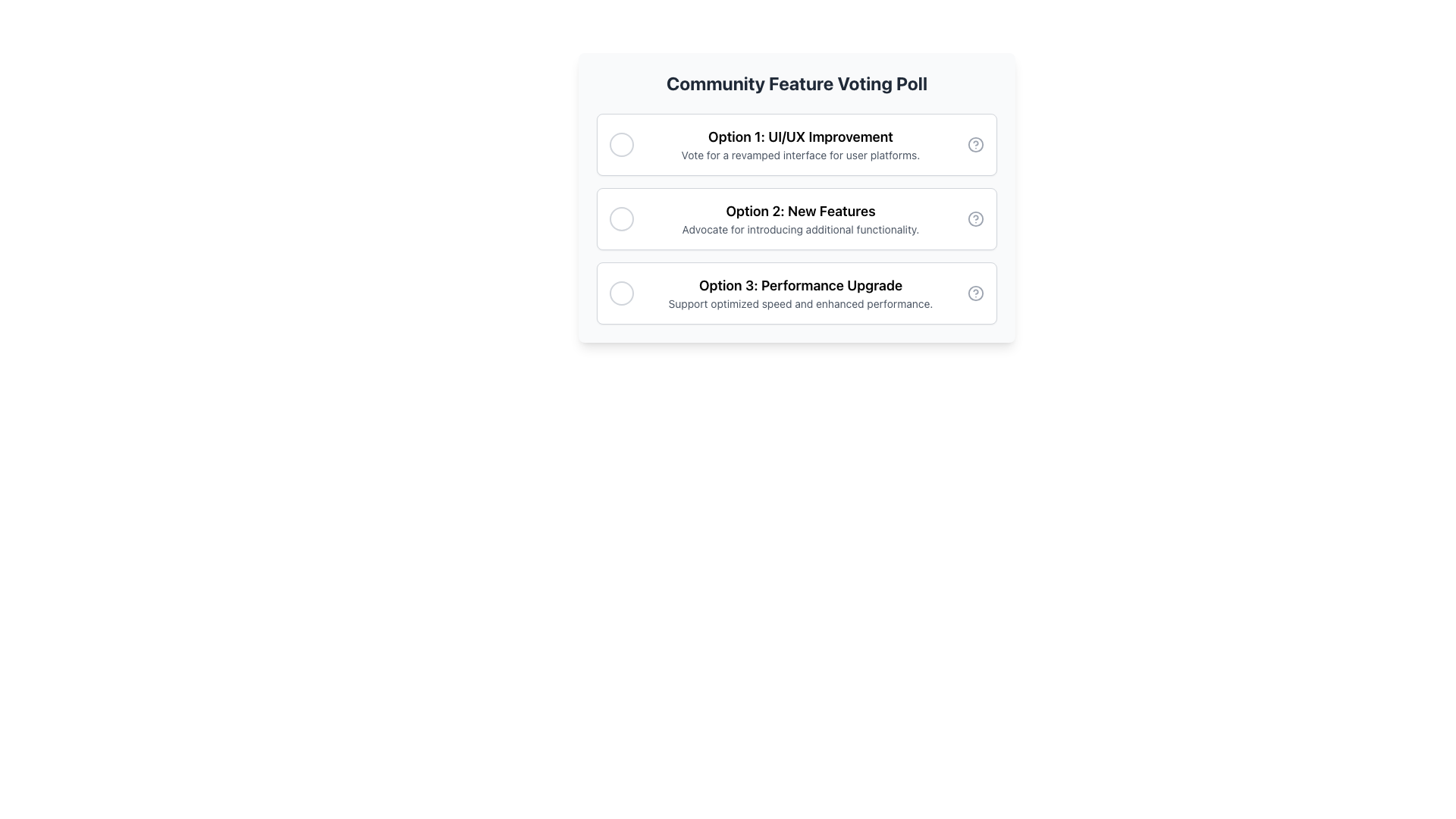 The width and height of the screenshot is (1456, 819). I want to click on text label 'Option 1: UI/UX Improvement', which is the first option in the 'Community Feature Voting Poll' list, prominently displayed in bold and large font, so click(800, 137).